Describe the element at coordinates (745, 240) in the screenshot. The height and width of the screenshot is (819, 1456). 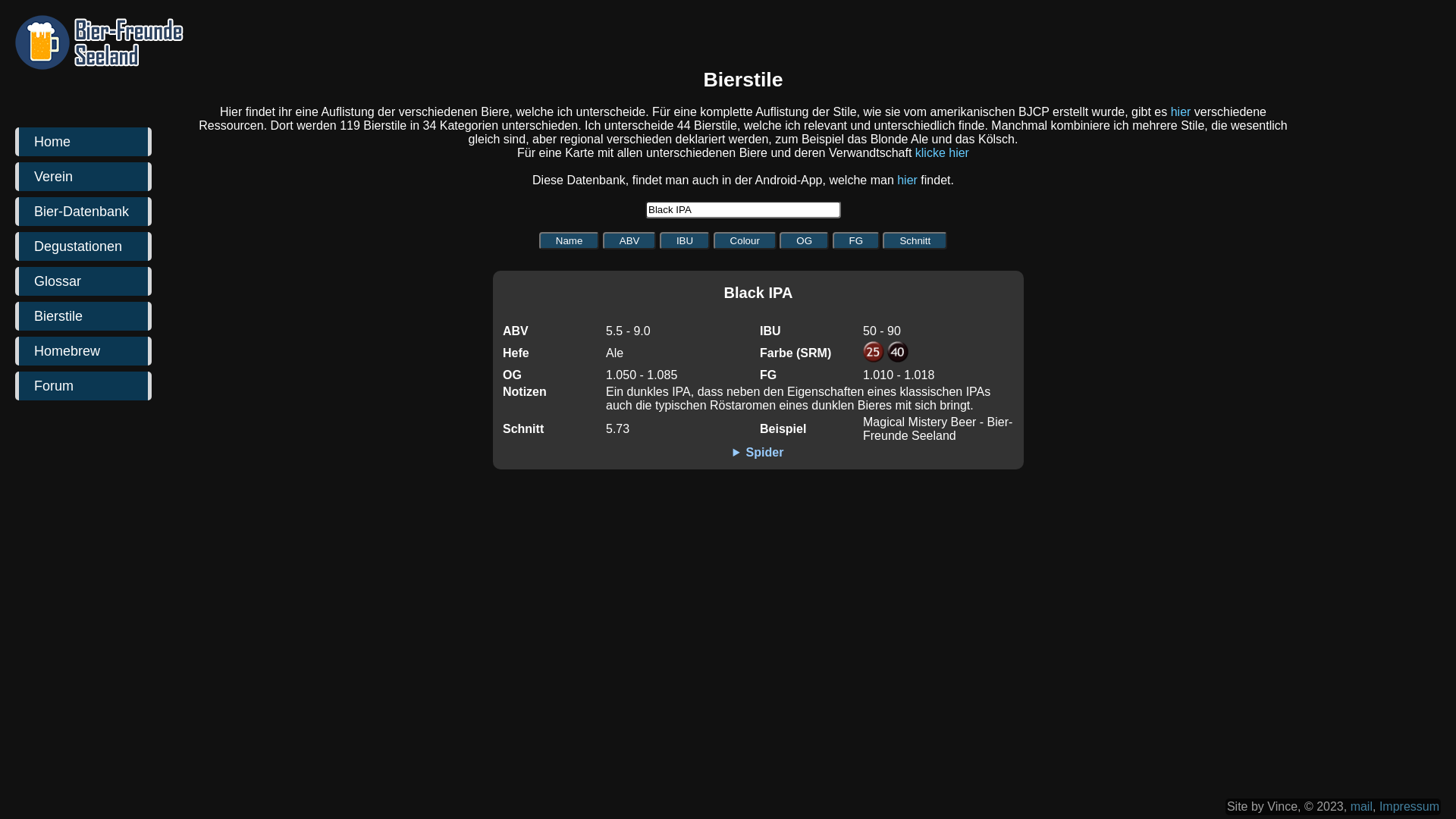
I see `'Colour'` at that location.